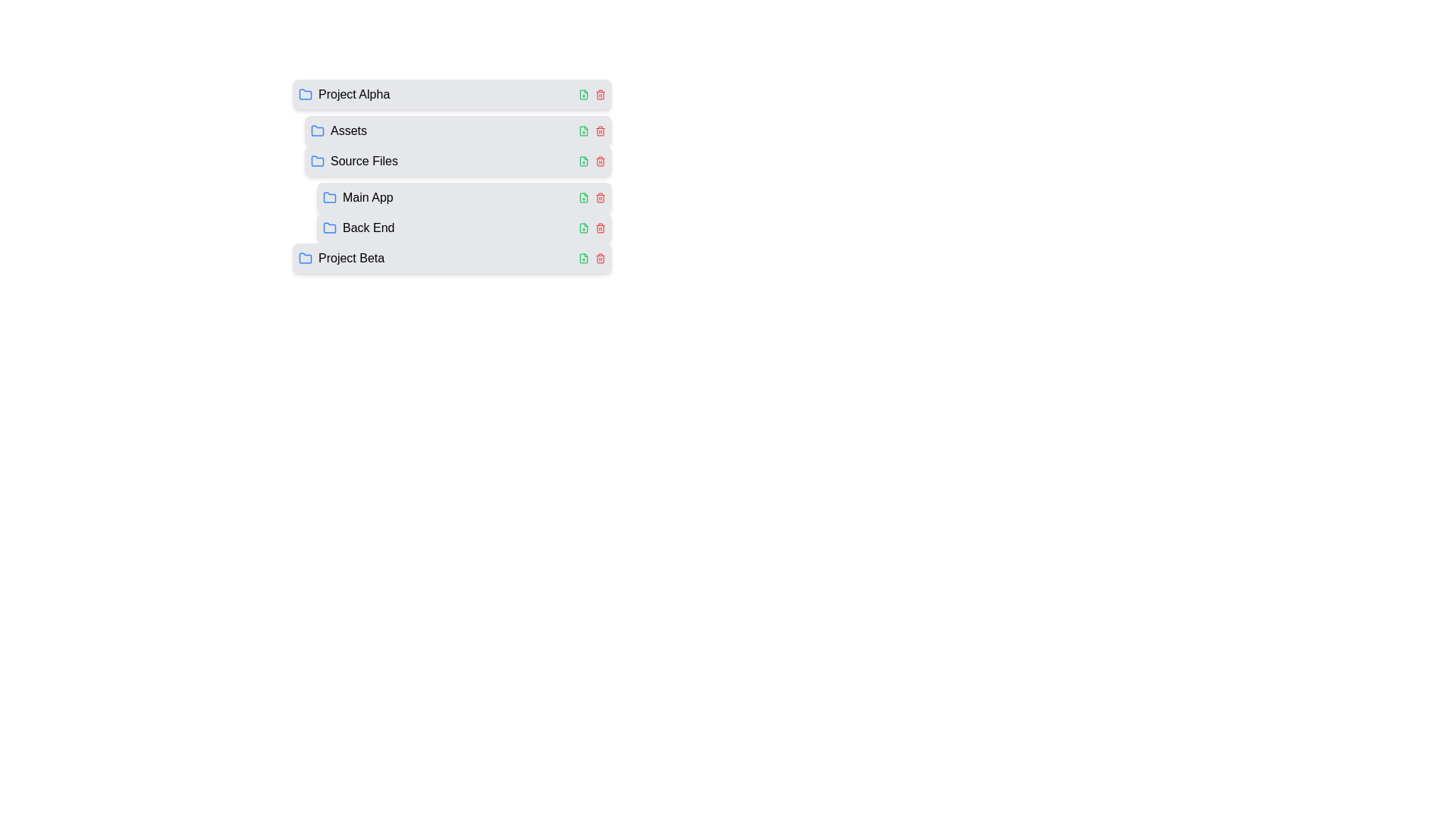  What do you see at coordinates (457, 197) in the screenshot?
I see `the third folder item in the vertical list` at bounding box center [457, 197].